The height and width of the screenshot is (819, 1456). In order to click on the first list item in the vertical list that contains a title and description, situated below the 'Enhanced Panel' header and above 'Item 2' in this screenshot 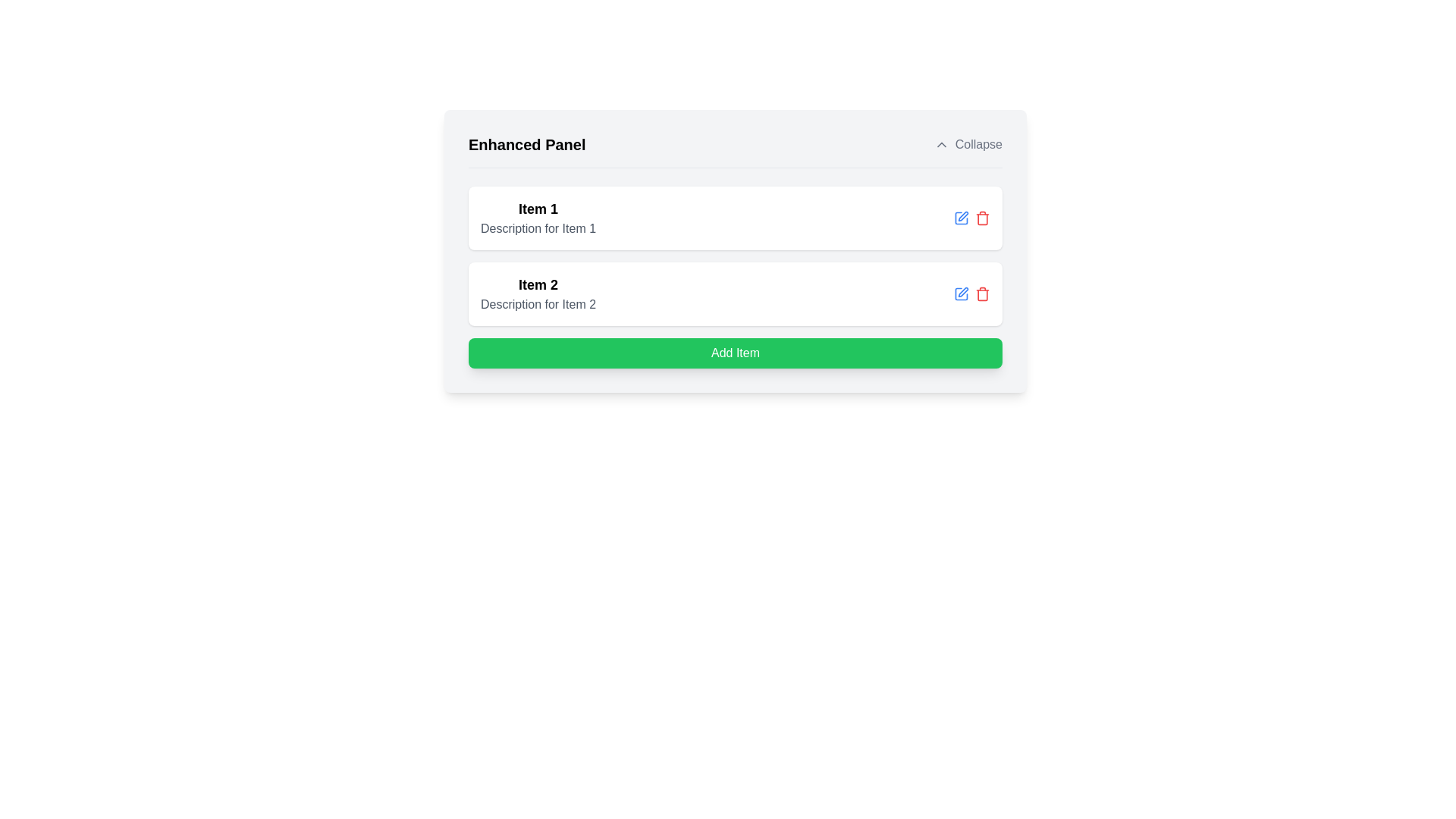, I will do `click(538, 218)`.